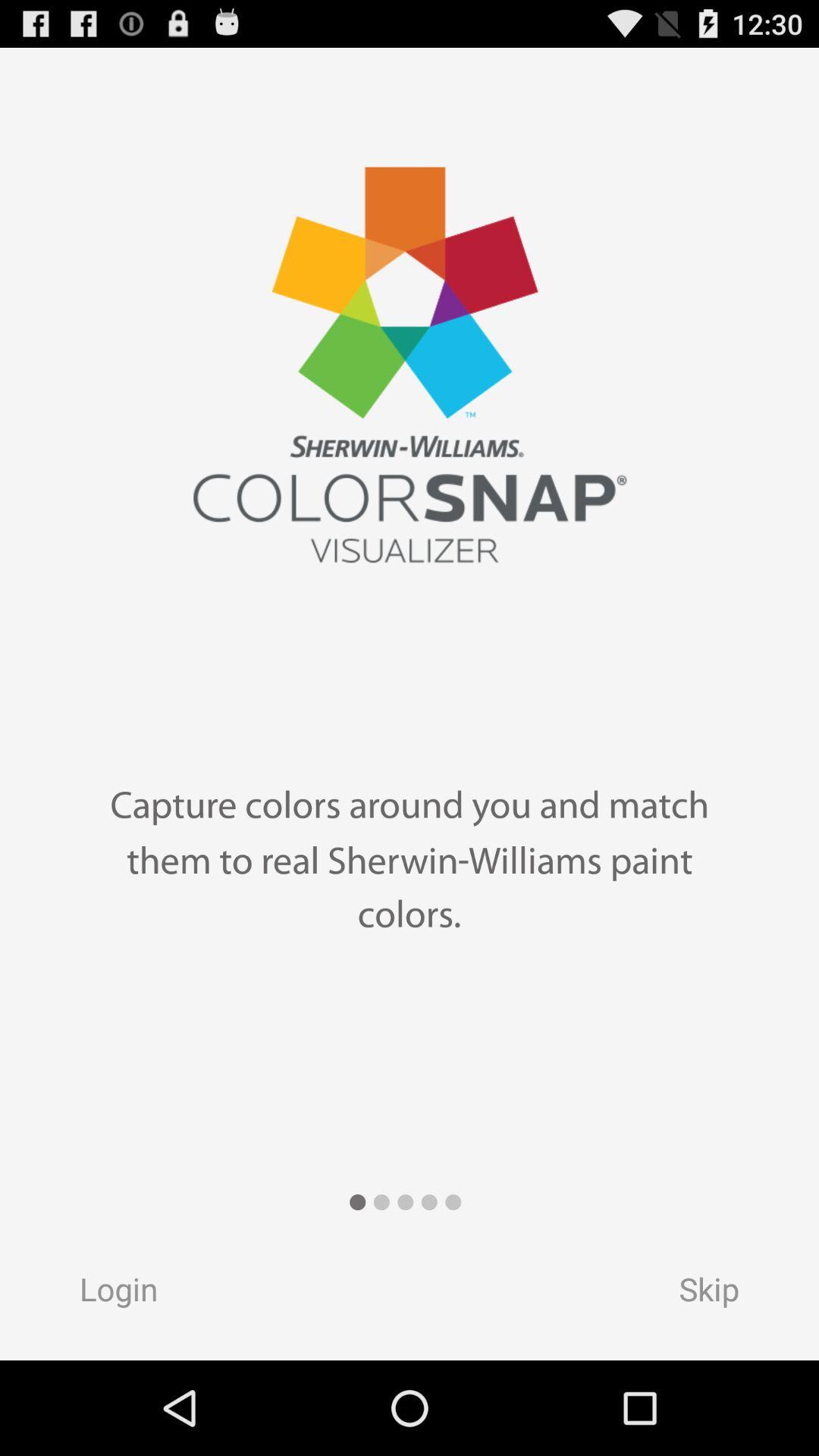 This screenshot has height=1456, width=819. I want to click on the icon to the left of skip item, so click(103, 1293).